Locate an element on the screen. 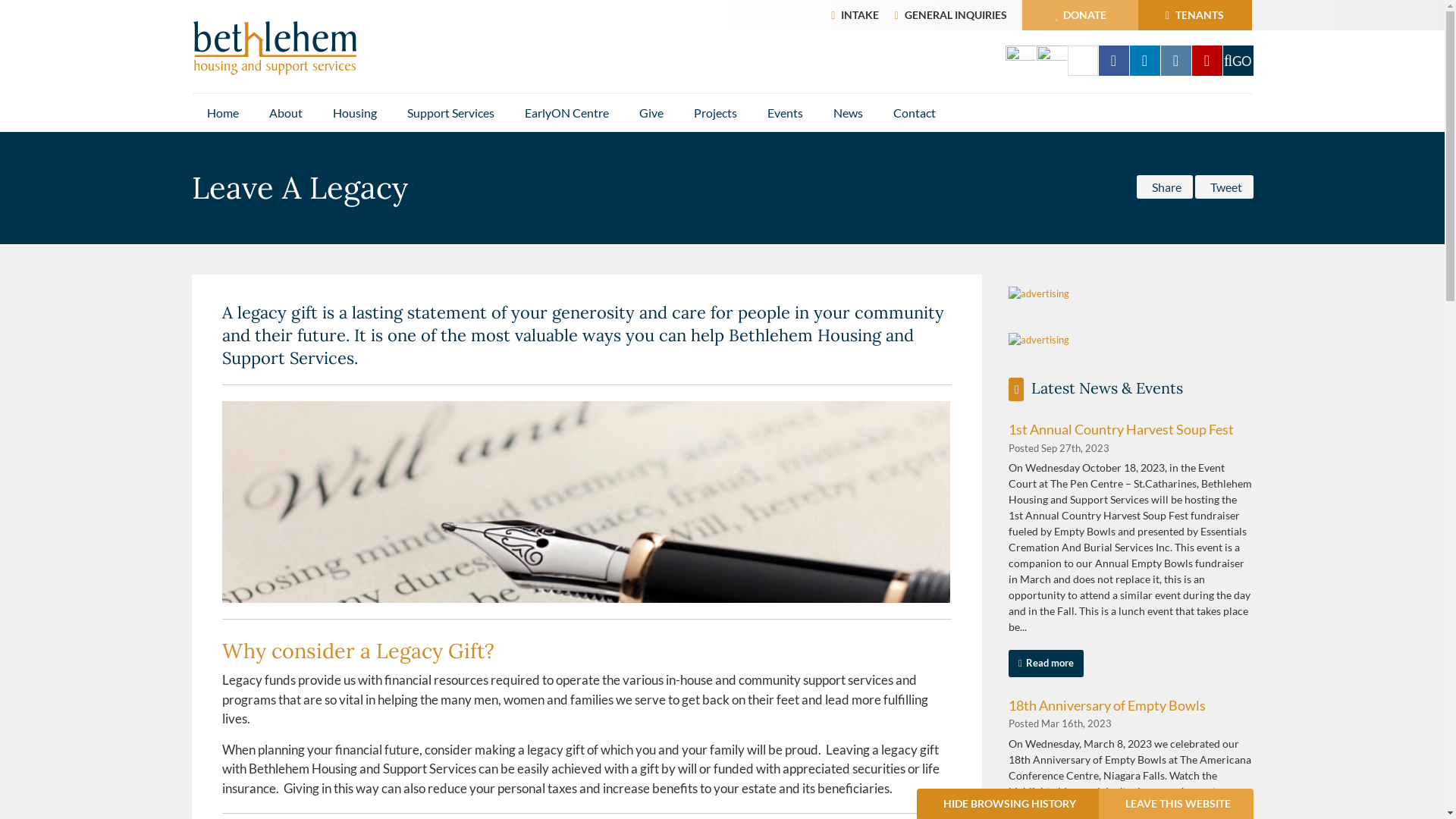 Image resolution: width=1456 pixels, height=819 pixels. 'Give' is located at coordinates (651, 112).